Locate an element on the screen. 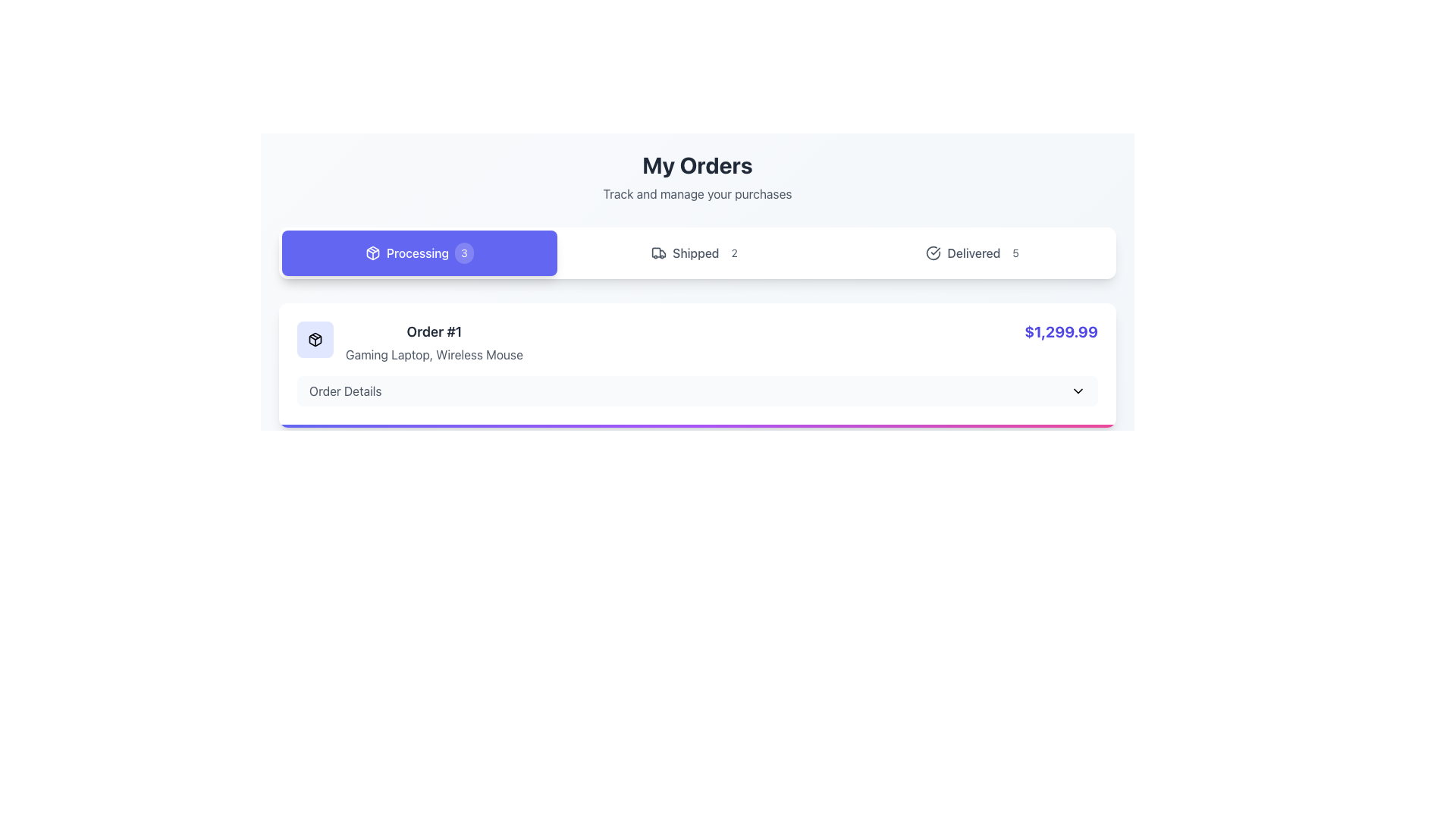 The width and height of the screenshot is (1456, 819). the truck icon within the 'Shipped' button is located at coordinates (659, 253).